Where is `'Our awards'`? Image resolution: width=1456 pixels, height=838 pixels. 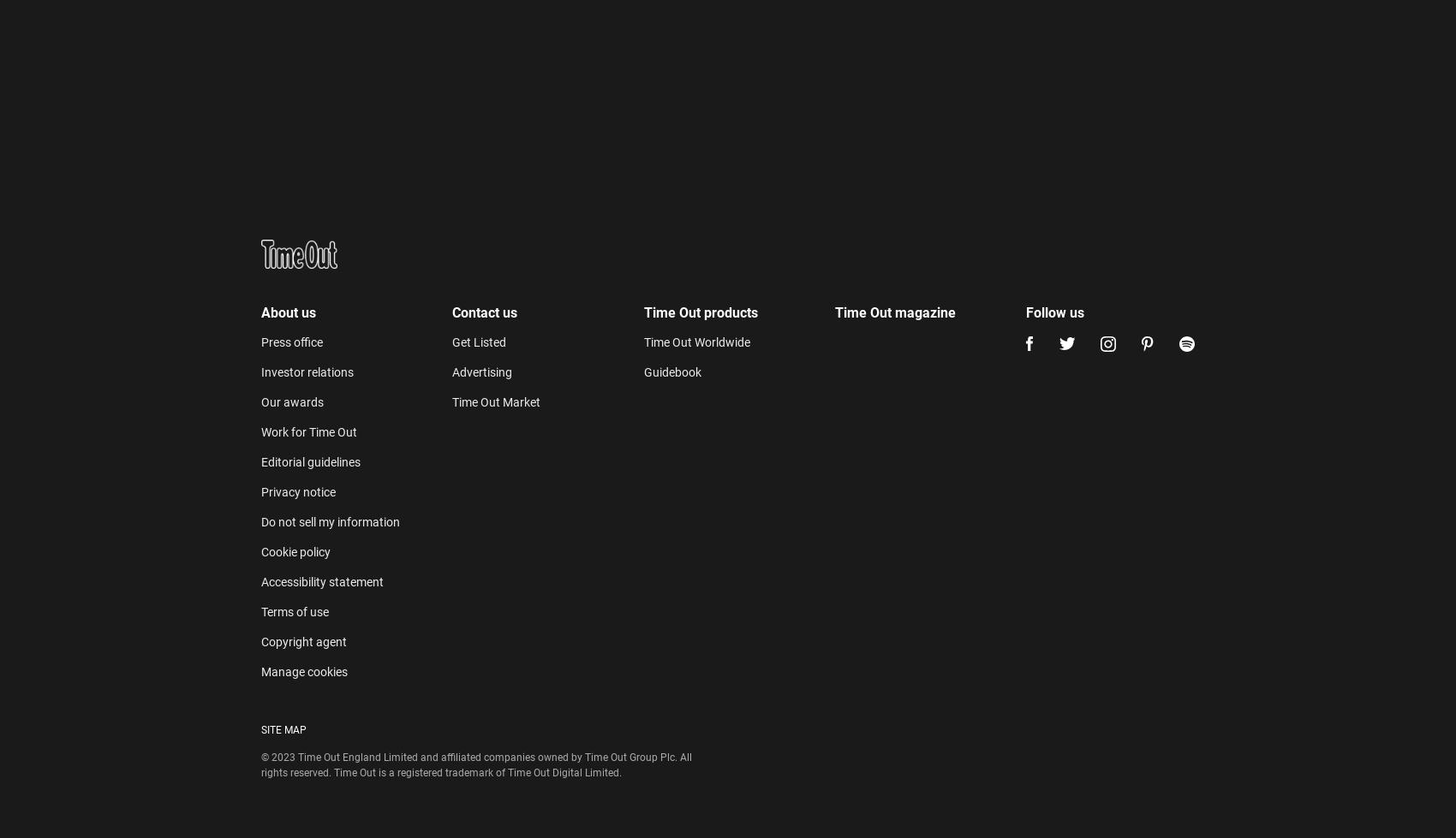 'Our awards' is located at coordinates (291, 23).